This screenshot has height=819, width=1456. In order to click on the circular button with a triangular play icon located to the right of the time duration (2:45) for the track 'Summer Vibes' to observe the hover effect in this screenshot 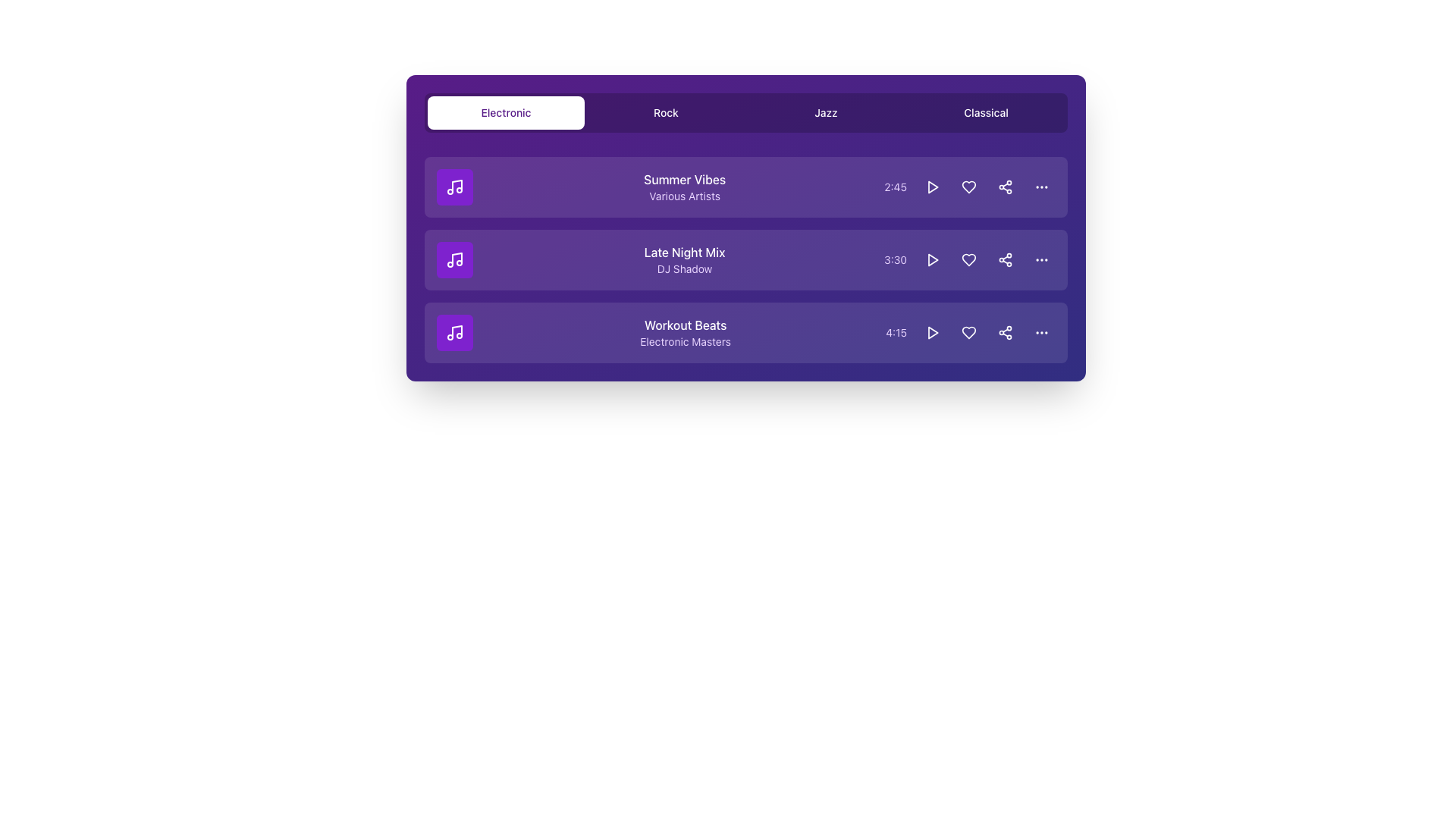, I will do `click(931, 186)`.